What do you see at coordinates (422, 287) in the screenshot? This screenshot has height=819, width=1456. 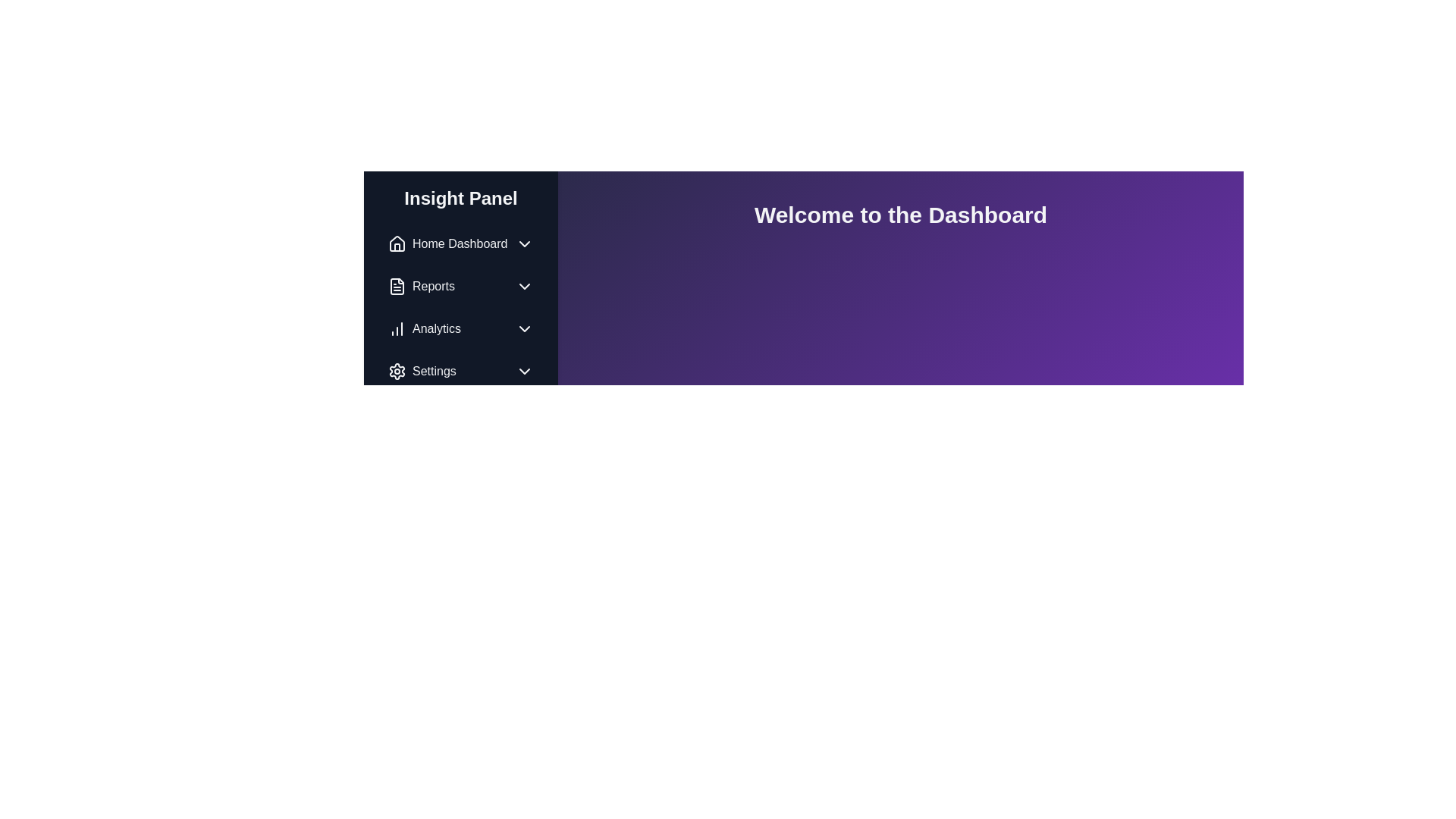 I see `the 'Reports' navigation menu item, which is the second item in the vertical list on the left-hand navigation panel` at bounding box center [422, 287].